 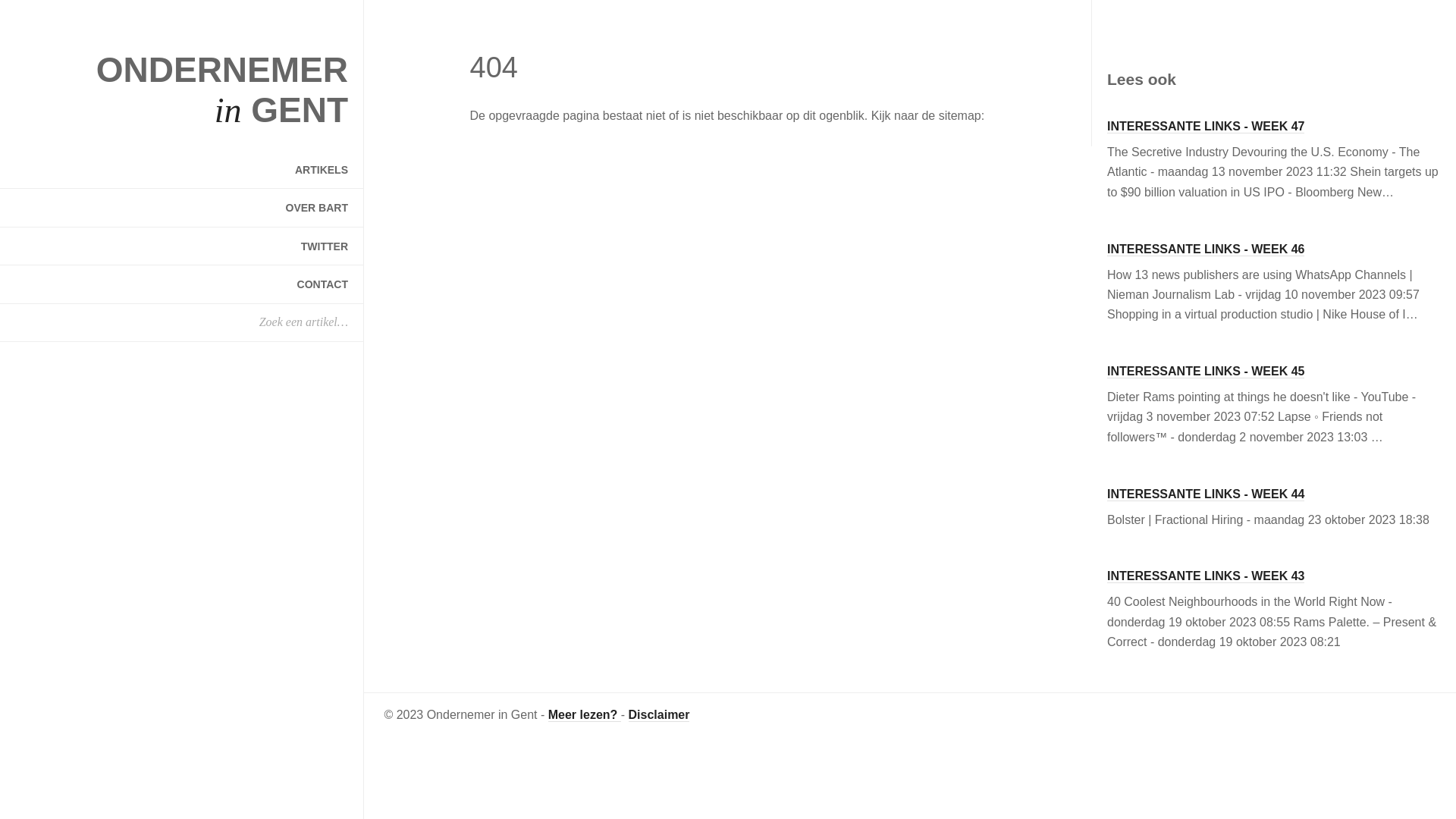 What do you see at coordinates (181, 169) in the screenshot?
I see `'ARTIKELS'` at bounding box center [181, 169].